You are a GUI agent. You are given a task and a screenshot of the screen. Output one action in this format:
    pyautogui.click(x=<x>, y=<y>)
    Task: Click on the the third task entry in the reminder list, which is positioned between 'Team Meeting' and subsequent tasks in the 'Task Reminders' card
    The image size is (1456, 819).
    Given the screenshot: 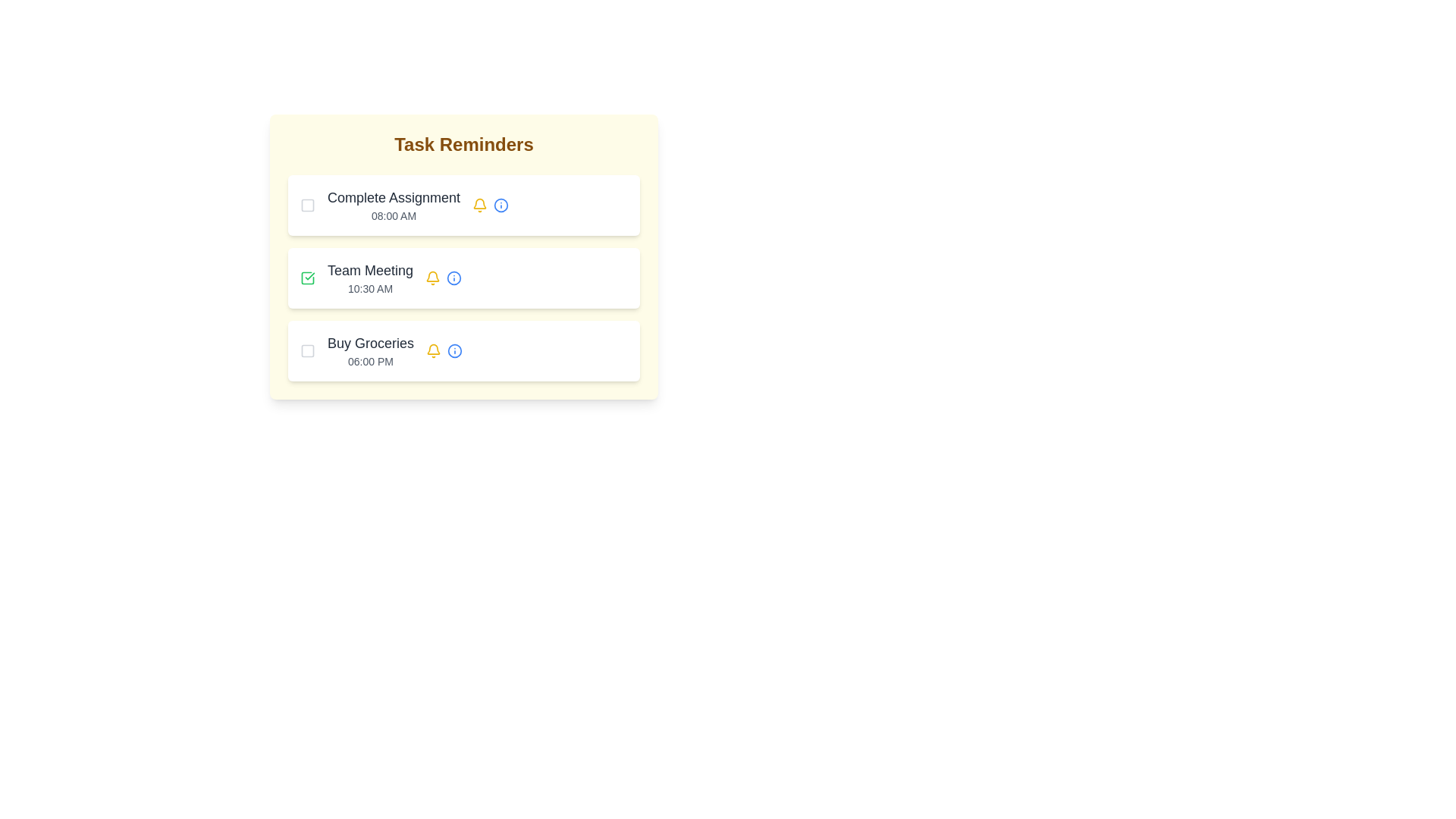 What is the action you would take?
    pyautogui.click(x=371, y=350)
    